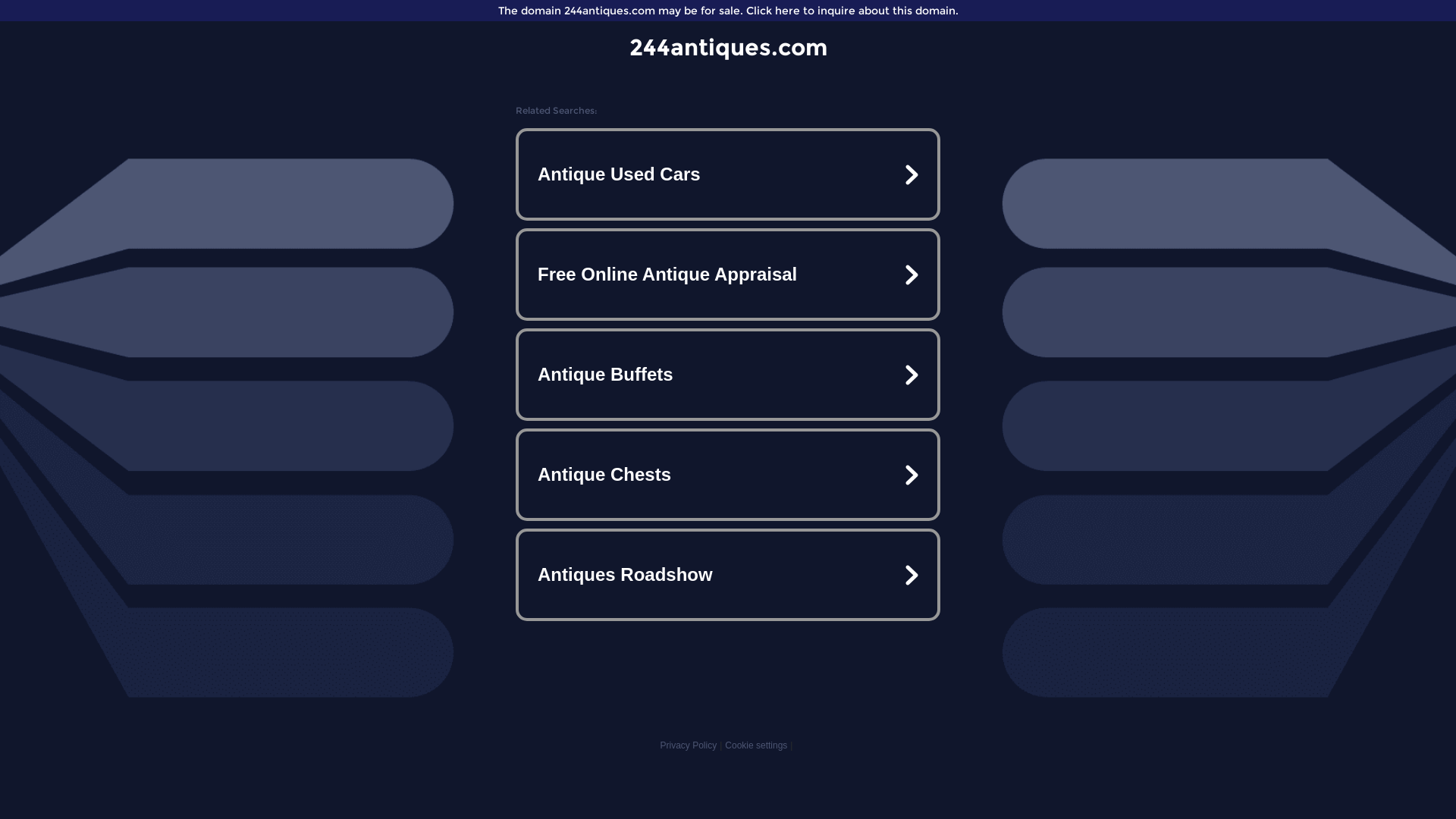  I want to click on 'Cookie settings', so click(756, 745).